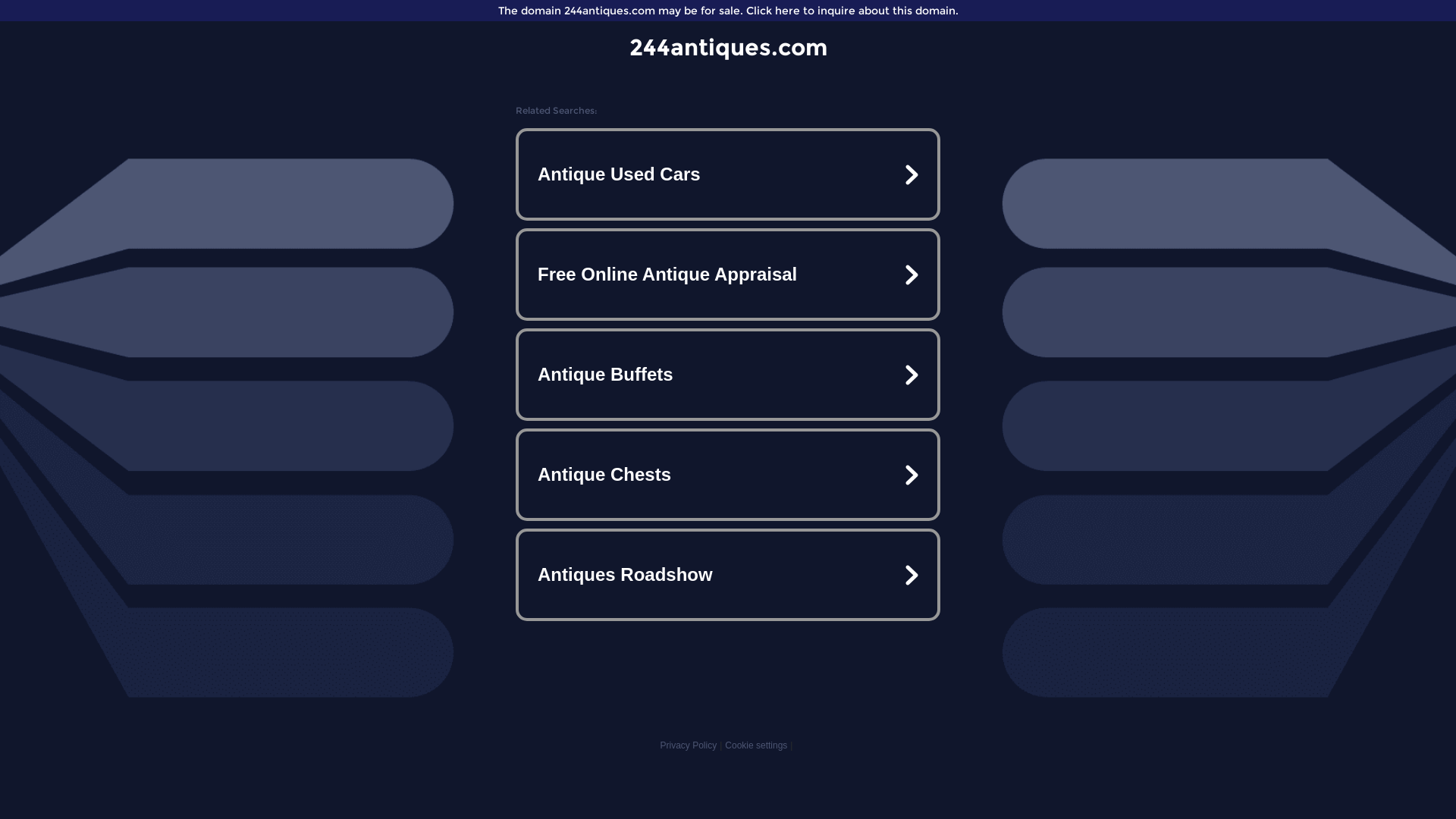  I want to click on 'Cookie settings', so click(756, 745).